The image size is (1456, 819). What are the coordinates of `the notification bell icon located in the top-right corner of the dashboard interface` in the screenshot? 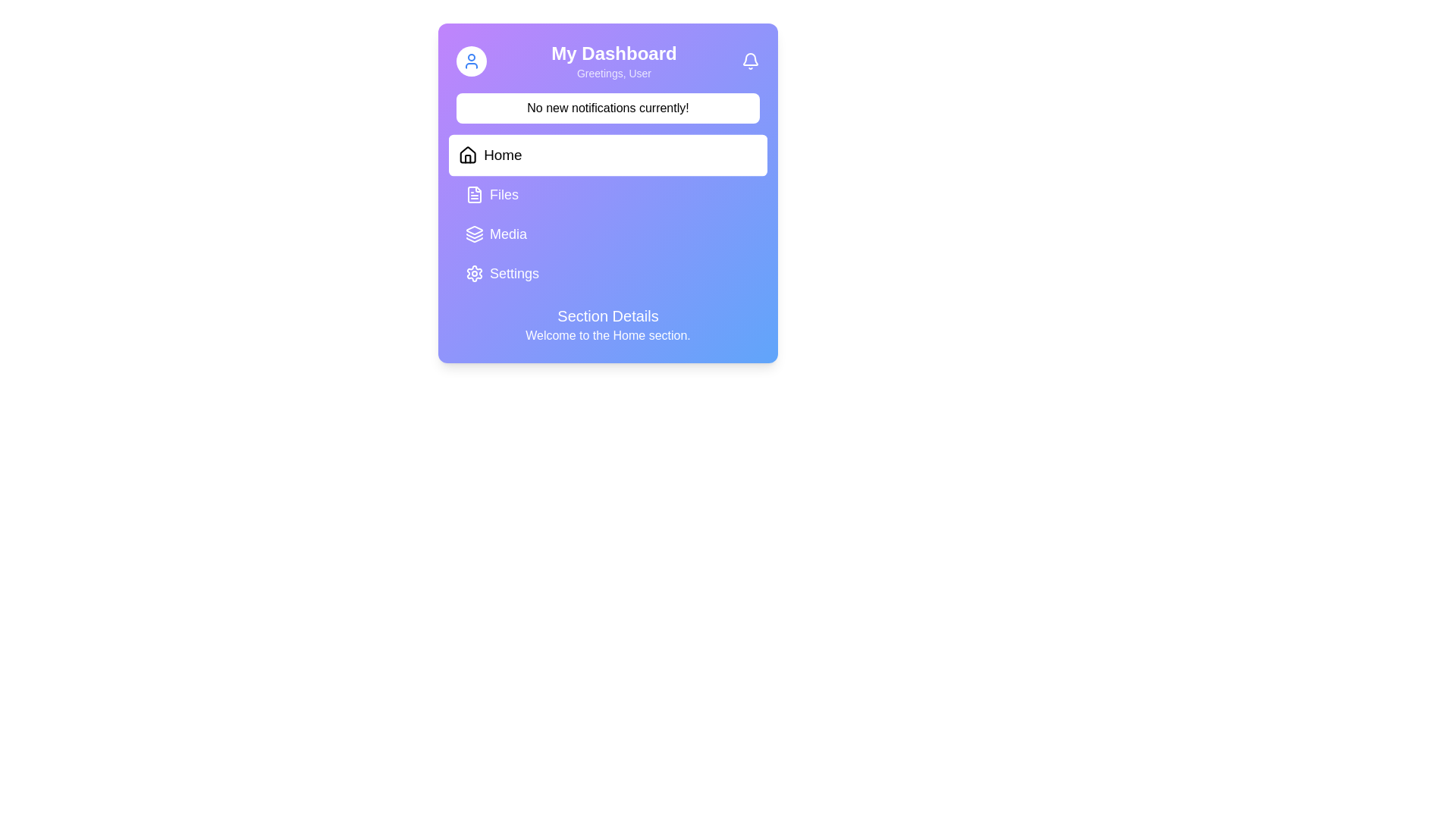 It's located at (750, 61).